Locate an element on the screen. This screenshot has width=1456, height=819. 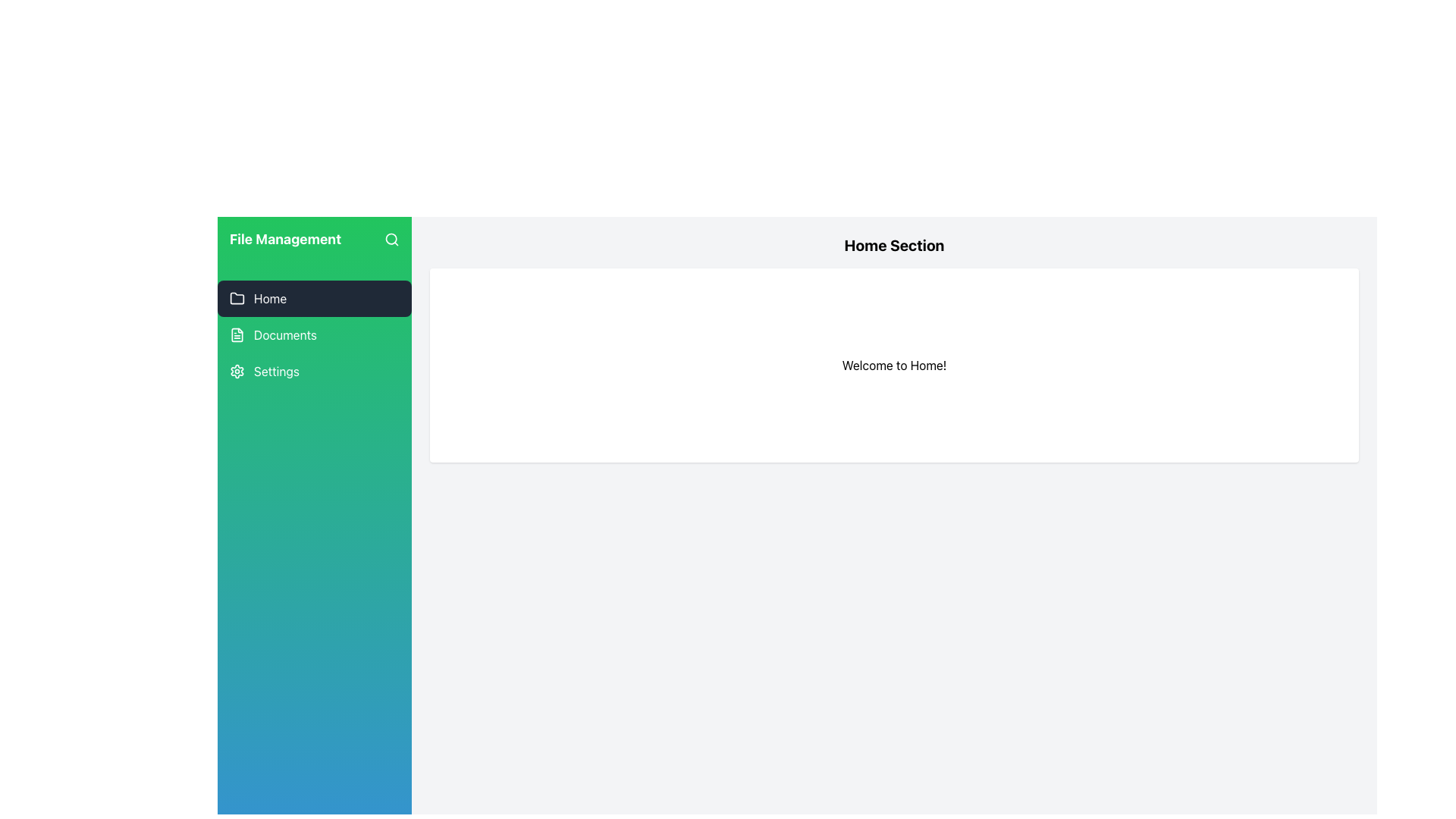
the small document icon located to the left of the 'Documents' text in the vertical navigation bar is located at coordinates (236, 334).